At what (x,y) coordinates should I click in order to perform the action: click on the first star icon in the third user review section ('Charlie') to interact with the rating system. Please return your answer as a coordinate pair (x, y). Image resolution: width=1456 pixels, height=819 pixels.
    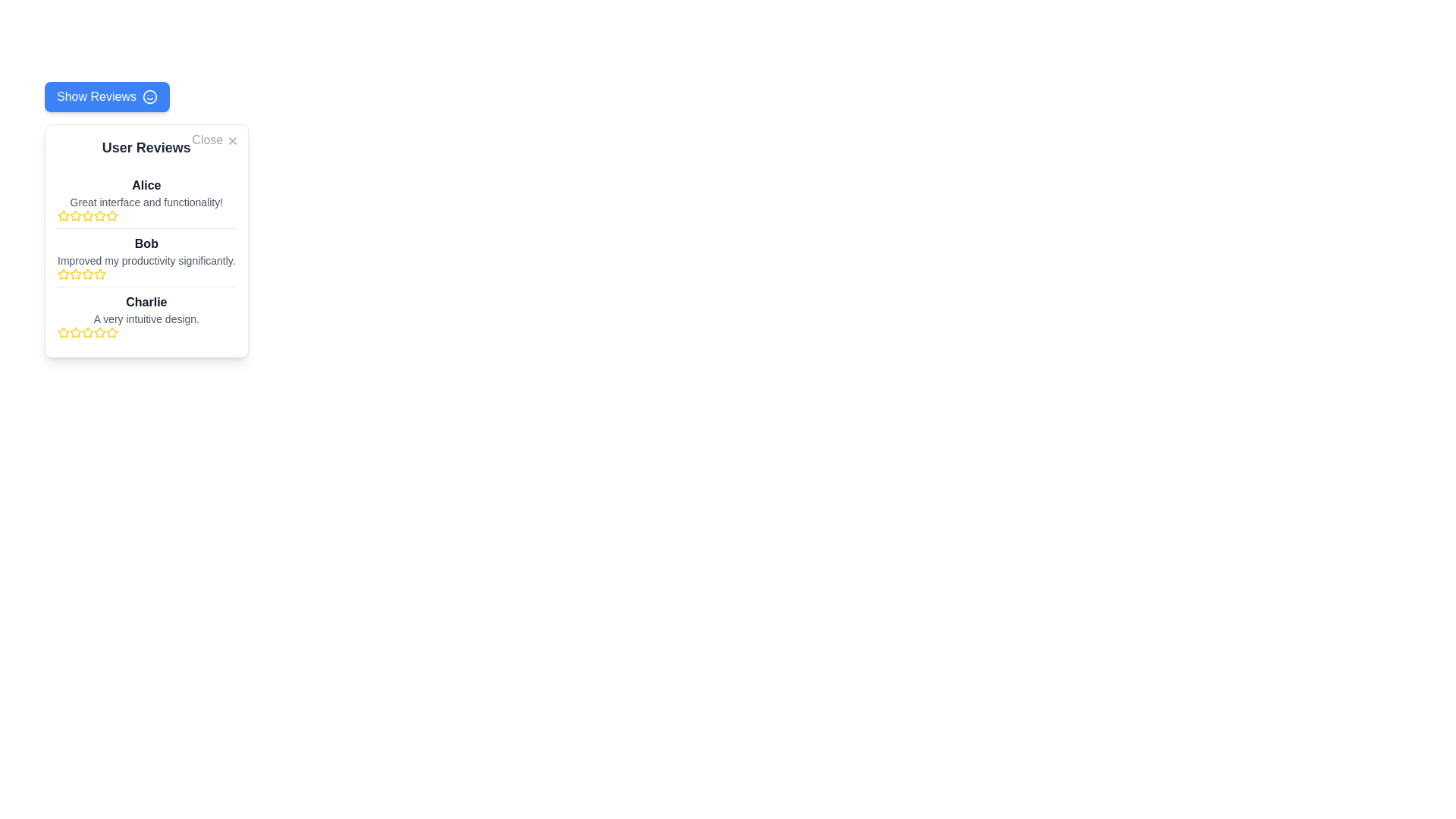
    Looking at the image, I should click on (62, 332).